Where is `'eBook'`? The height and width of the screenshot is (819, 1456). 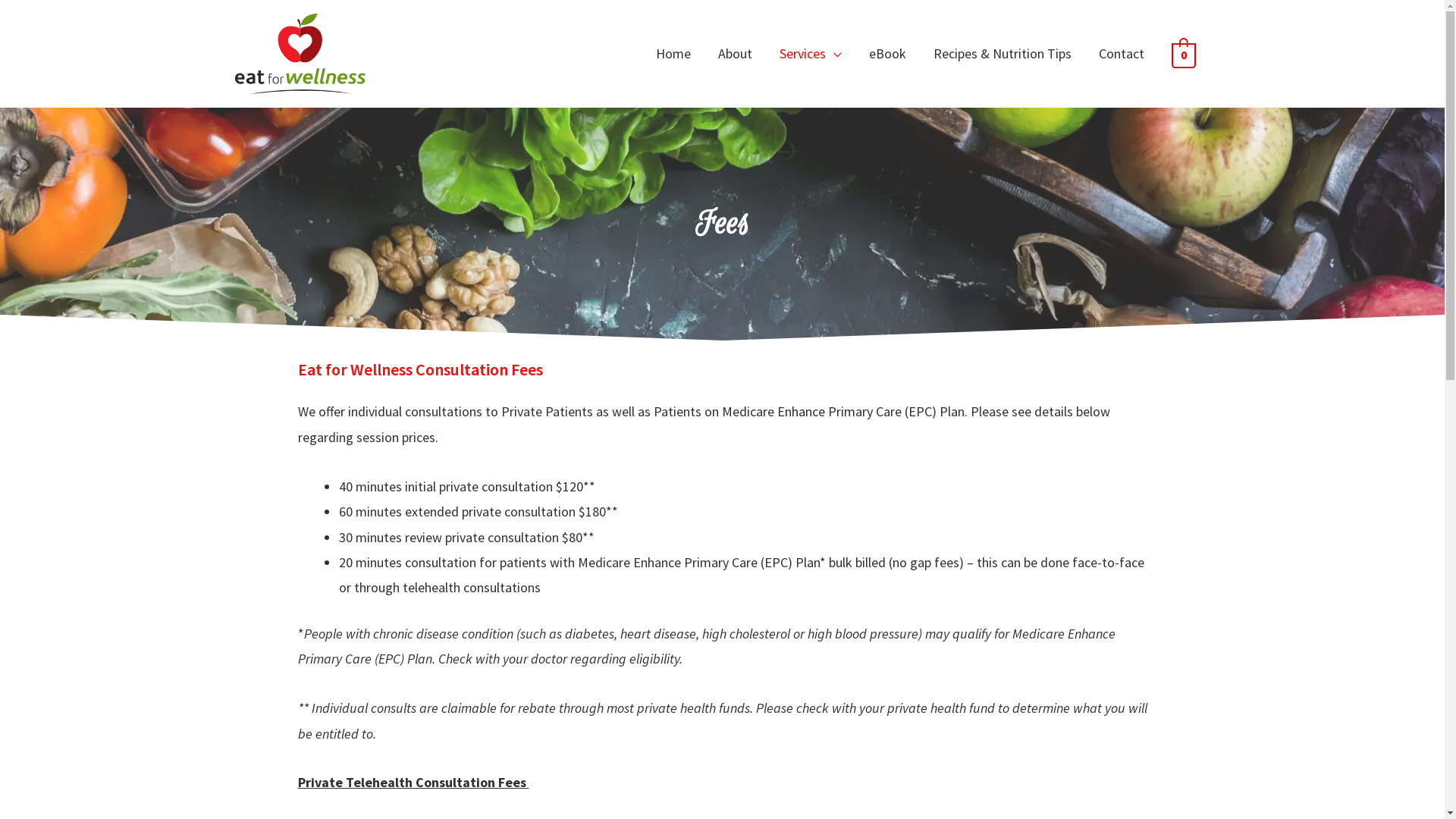 'eBook' is located at coordinates (887, 52).